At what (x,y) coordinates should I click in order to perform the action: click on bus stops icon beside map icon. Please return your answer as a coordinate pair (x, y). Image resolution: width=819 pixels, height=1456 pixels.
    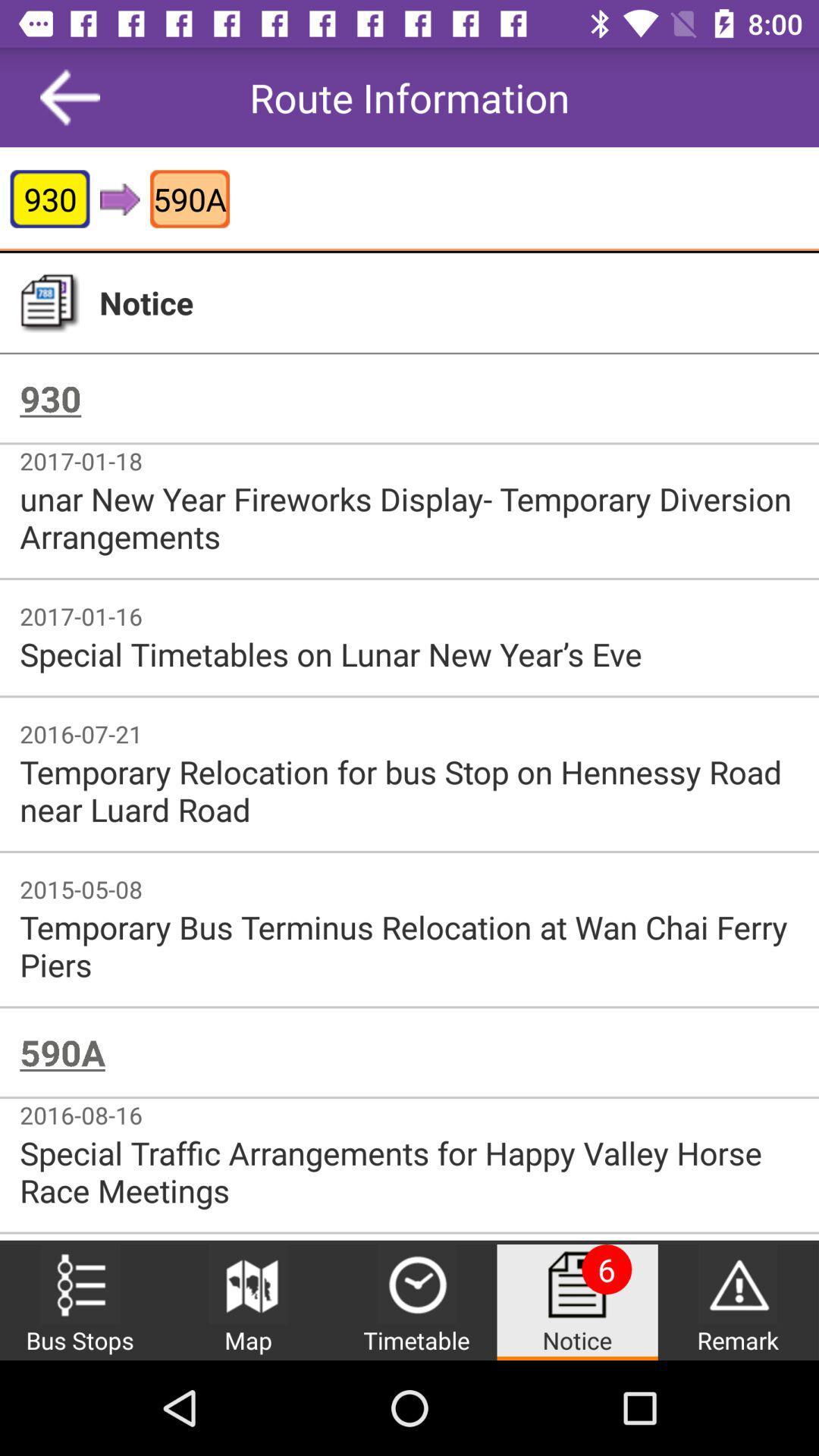
    Looking at the image, I should click on (80, 1283).